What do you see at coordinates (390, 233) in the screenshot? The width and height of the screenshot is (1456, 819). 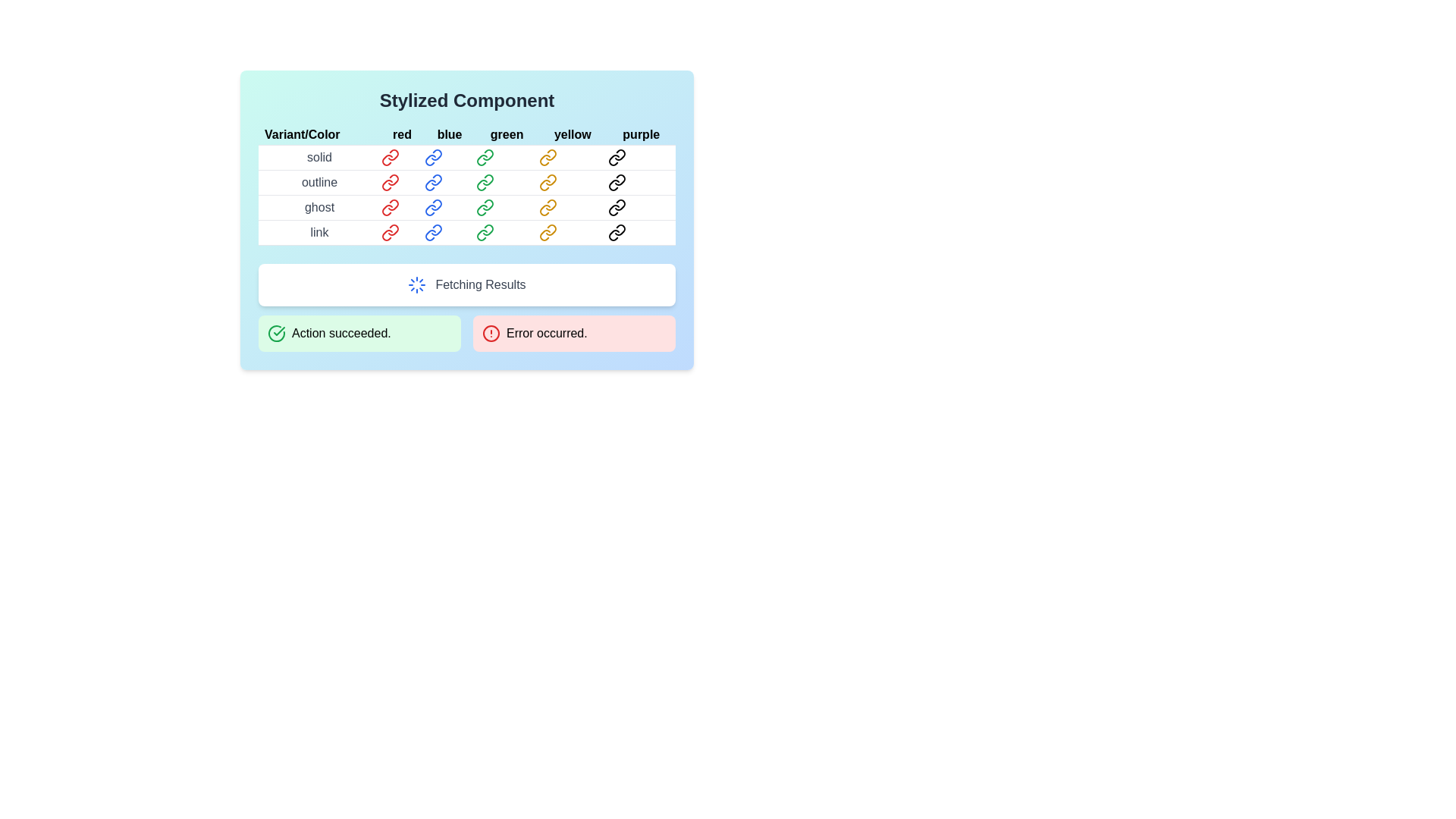 I see `the Hyperlink icon, which resembles a linked chain segment in red color, located in the 'link' row and 'red' column under the 'Stylized Component' table` at bounding box center [390, 233].